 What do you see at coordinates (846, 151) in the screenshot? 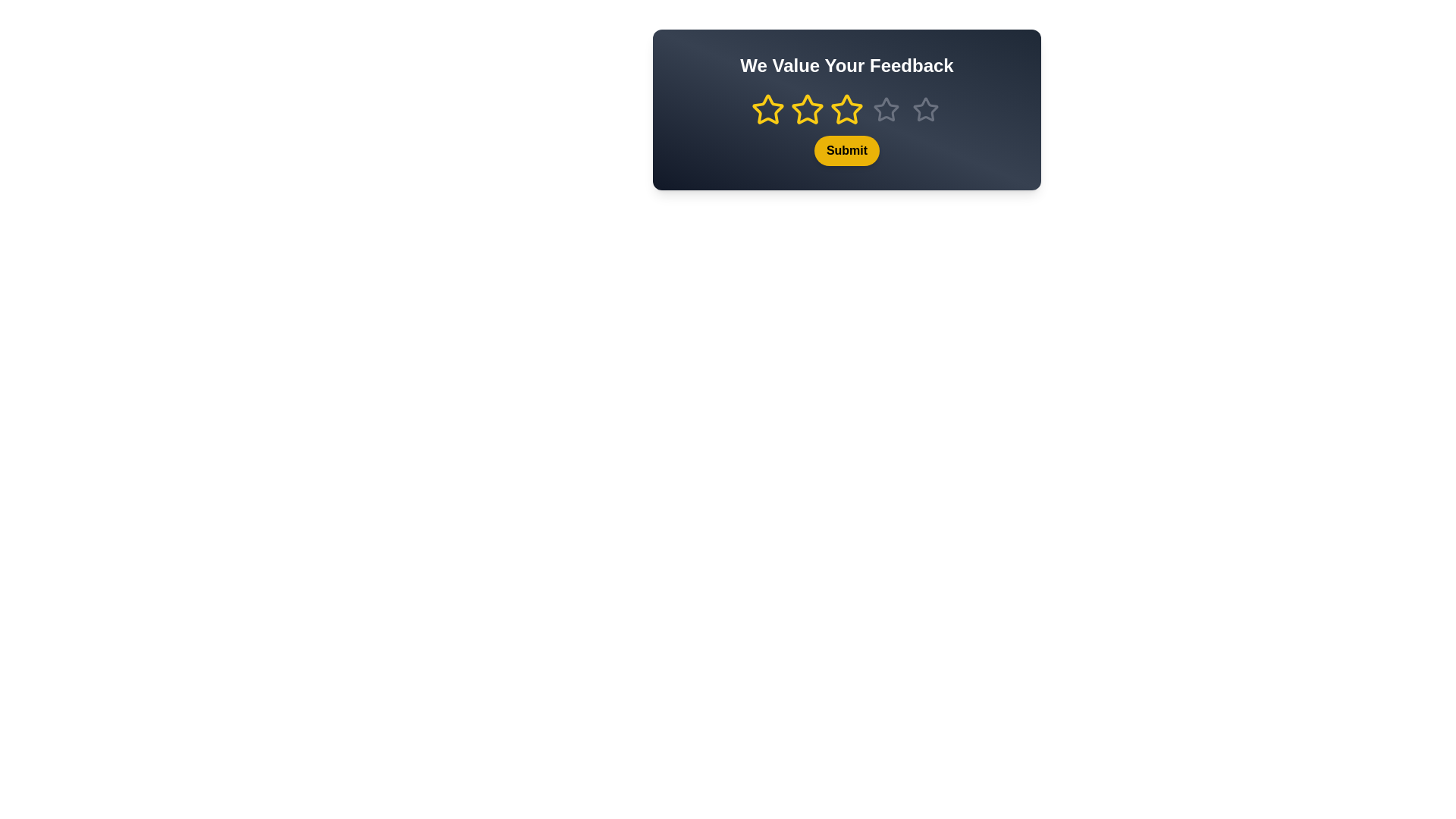
I see `the feedback submission button that is located centrally below the star rating interface to change its color` at bounding box center [846, 151].